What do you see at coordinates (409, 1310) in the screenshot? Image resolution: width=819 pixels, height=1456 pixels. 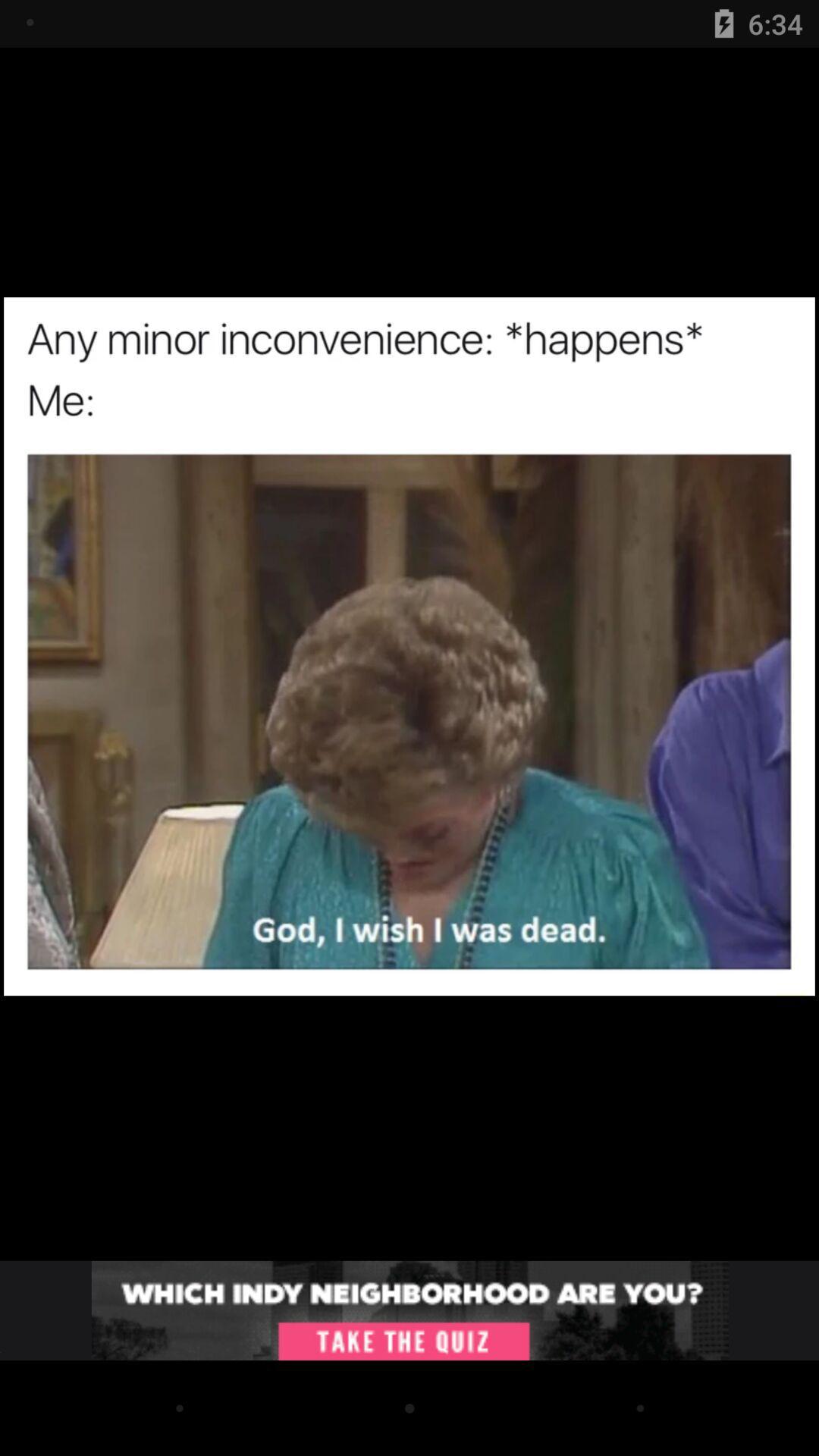 I see `taking quiz about neighborhood` at bounding box center [409, 1310].